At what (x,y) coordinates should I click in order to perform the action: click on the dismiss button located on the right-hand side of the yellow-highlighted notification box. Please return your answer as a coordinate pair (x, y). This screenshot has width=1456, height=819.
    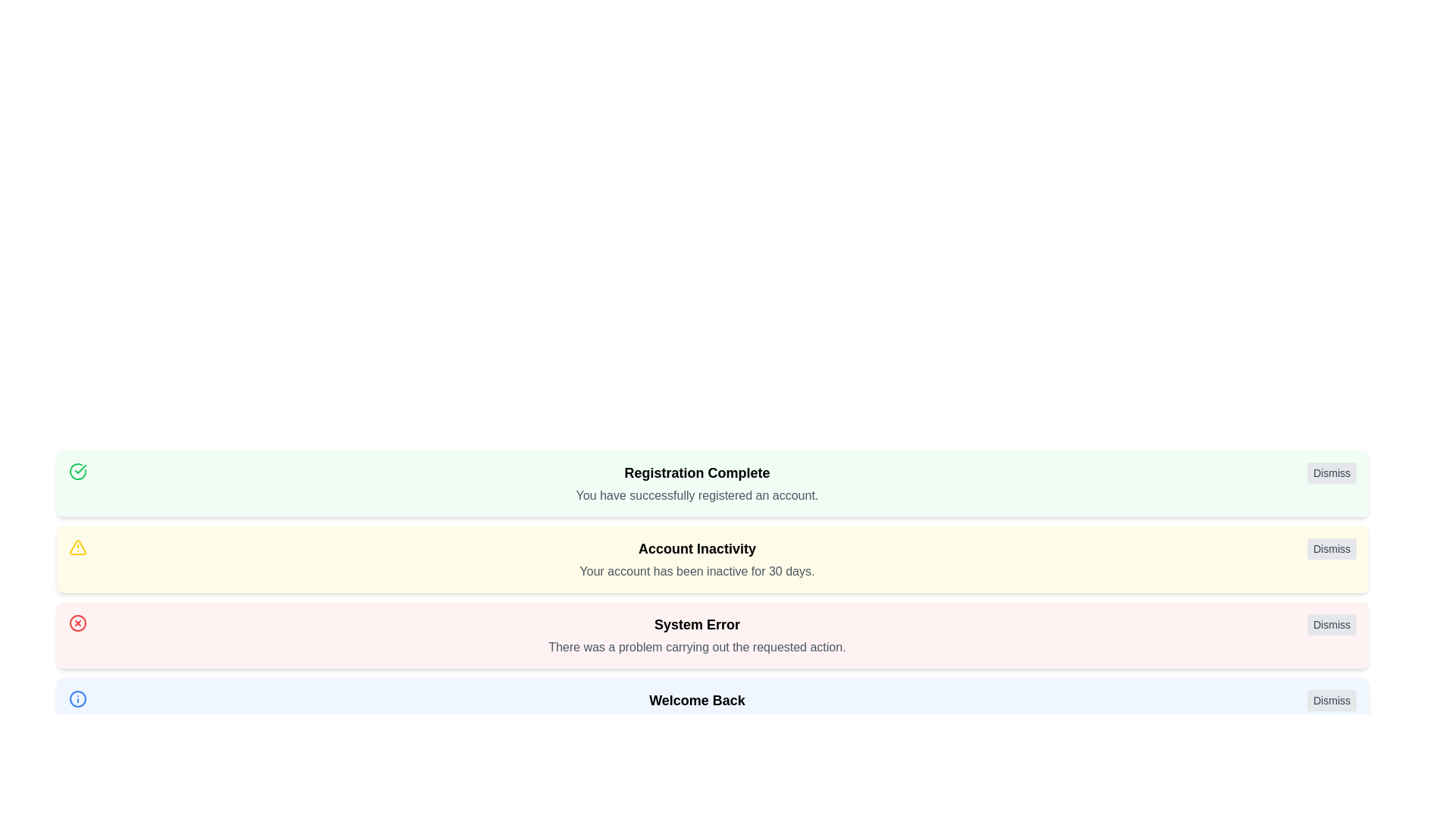
    Looking at the image, I should click on (1331, 549).